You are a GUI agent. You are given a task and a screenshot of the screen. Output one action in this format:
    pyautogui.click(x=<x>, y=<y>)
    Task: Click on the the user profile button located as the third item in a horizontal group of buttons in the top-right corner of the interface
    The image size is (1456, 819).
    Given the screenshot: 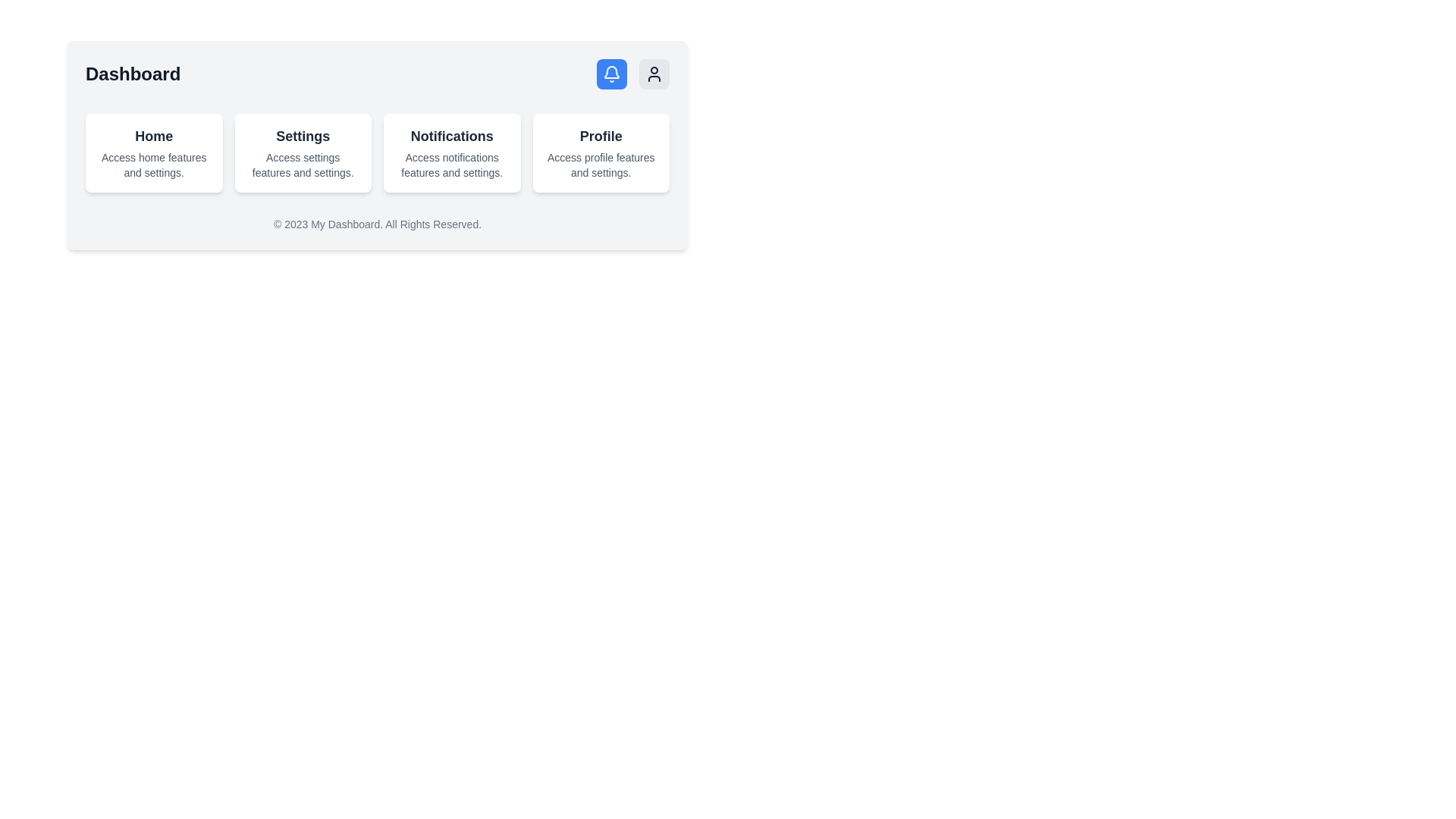 What is the action you would take?
    pyautogui.click(x=654, y=74)
    